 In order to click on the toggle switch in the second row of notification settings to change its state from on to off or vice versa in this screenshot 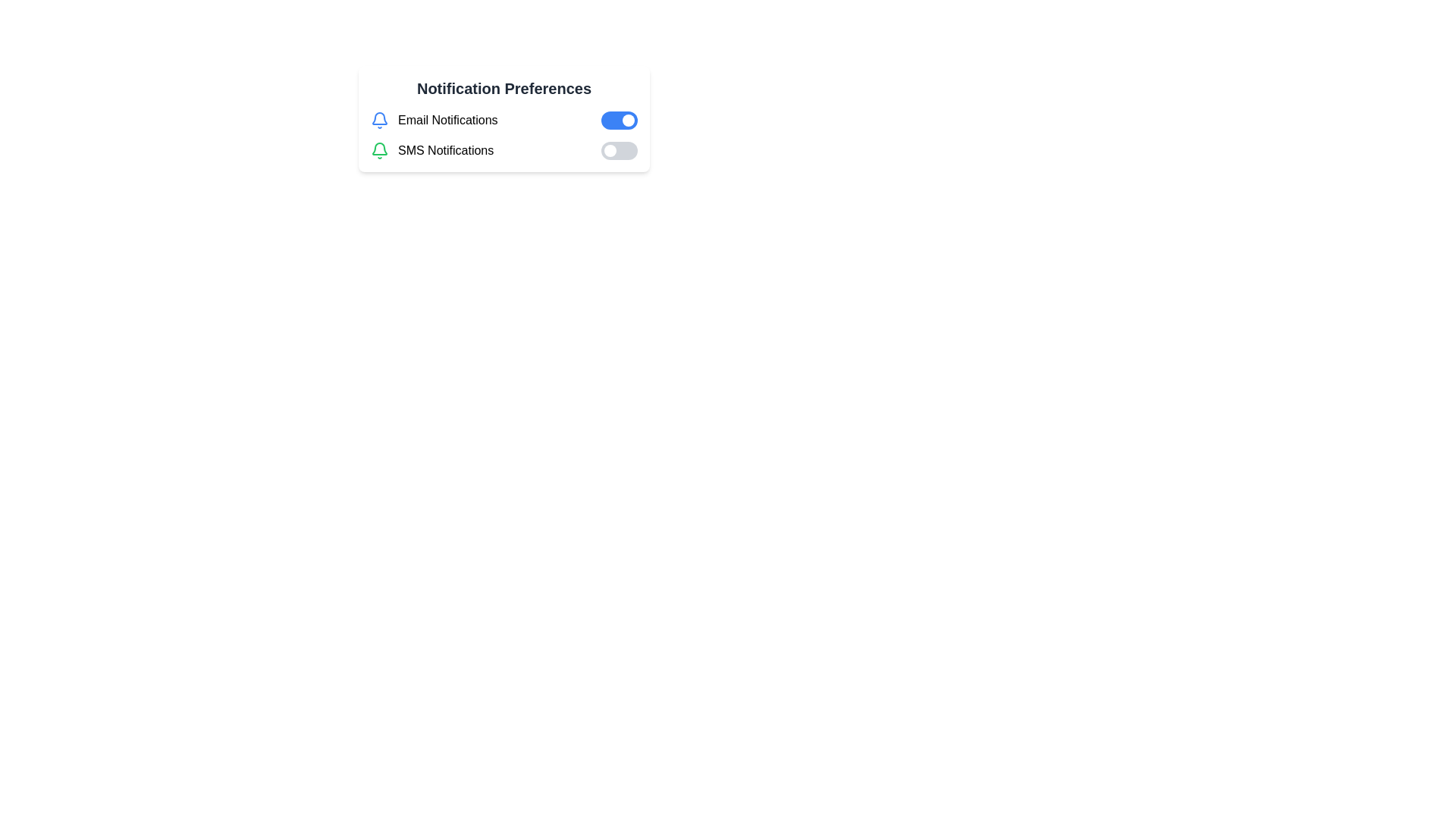, I will do `click(504, 151)`.